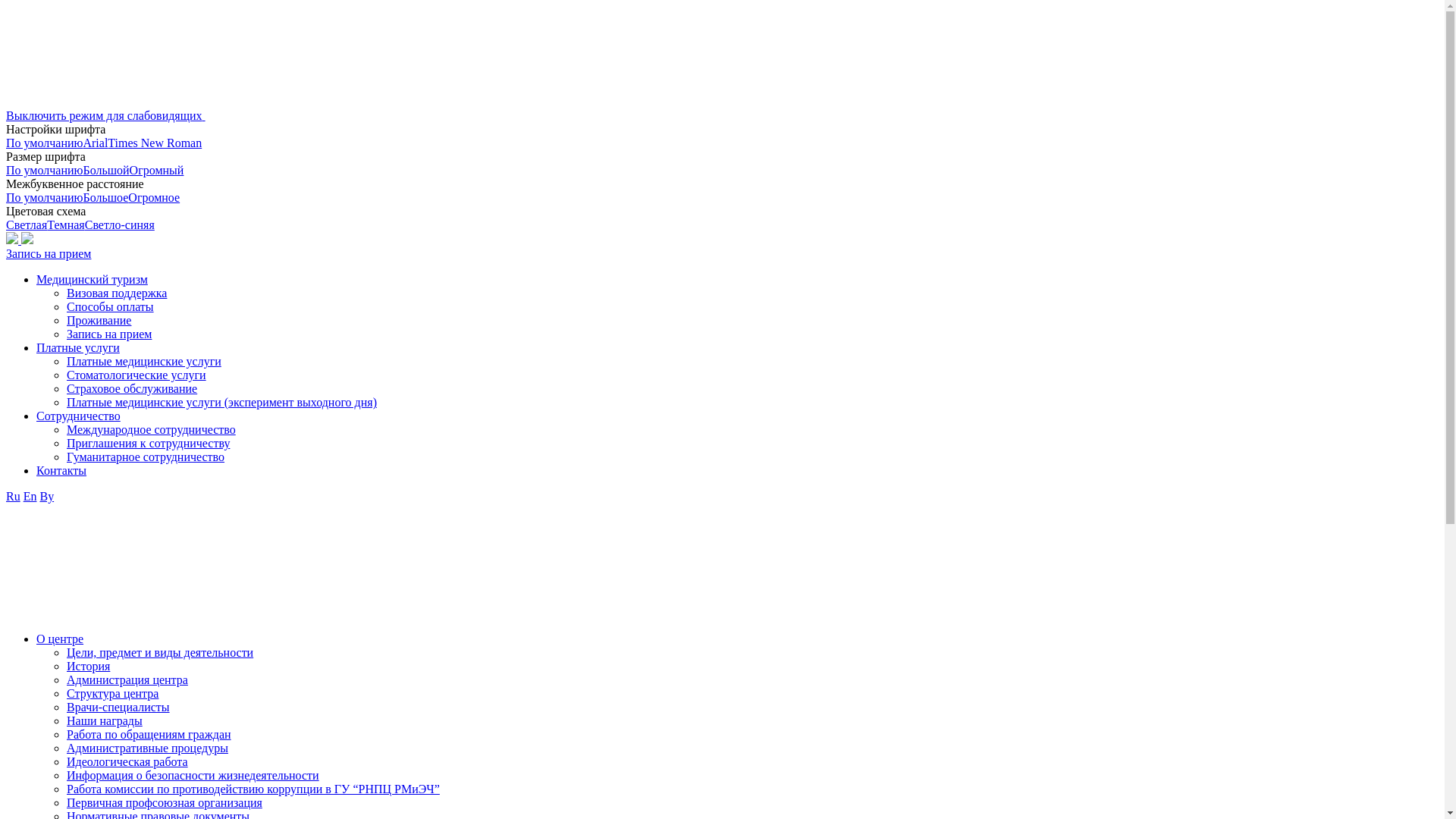  I want to click on 'Ru', so click(13, 496).